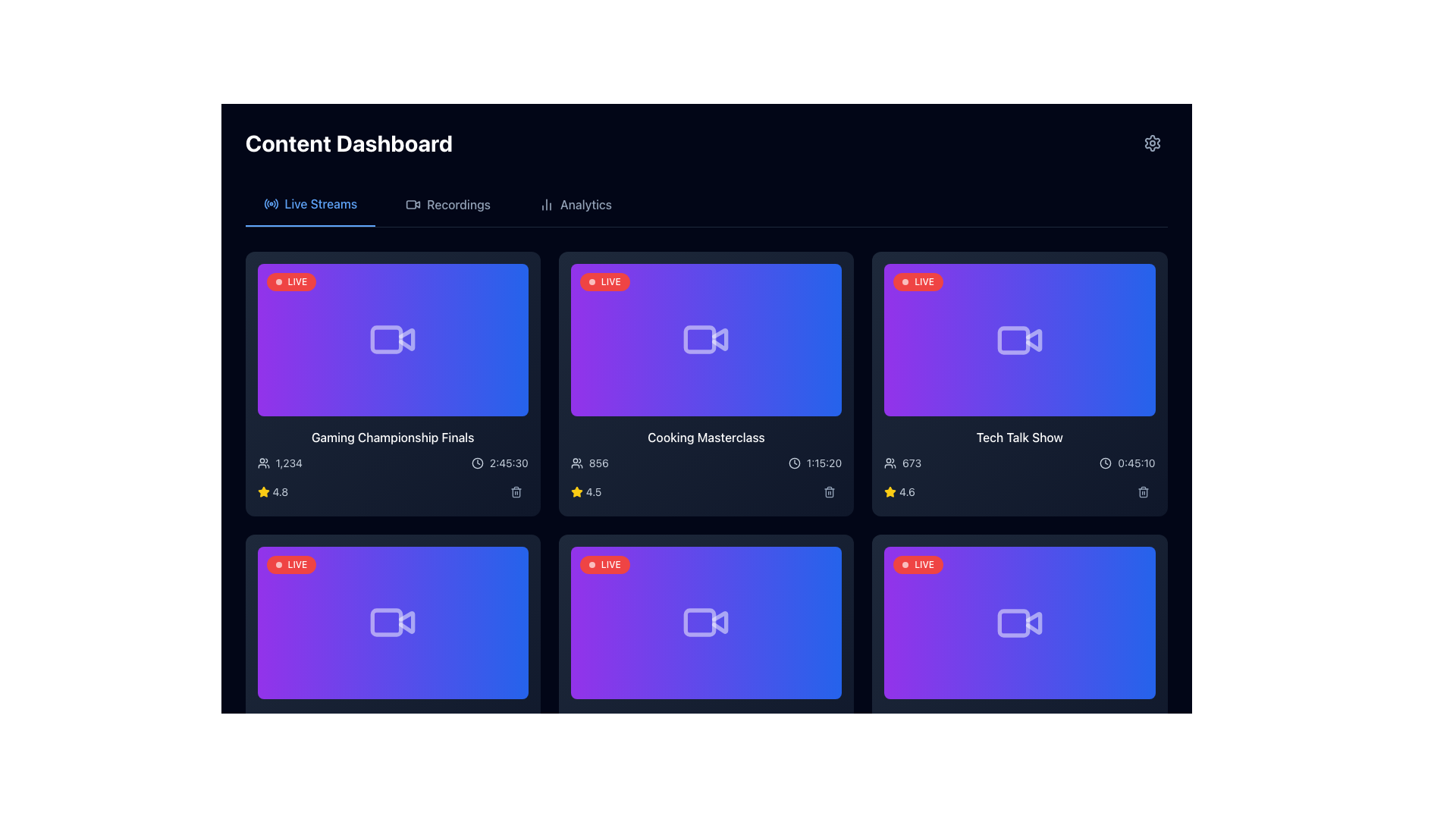 Image resolution: width=1456 pixels, height=819 pixels. Describe the element at coordinates (890, 491) in the screenshot. I see `the Graphics Icon located in the bottom row of the third card in the grid layout of the dashboard, adjacent to the numerical rating '4.6'` at that location.